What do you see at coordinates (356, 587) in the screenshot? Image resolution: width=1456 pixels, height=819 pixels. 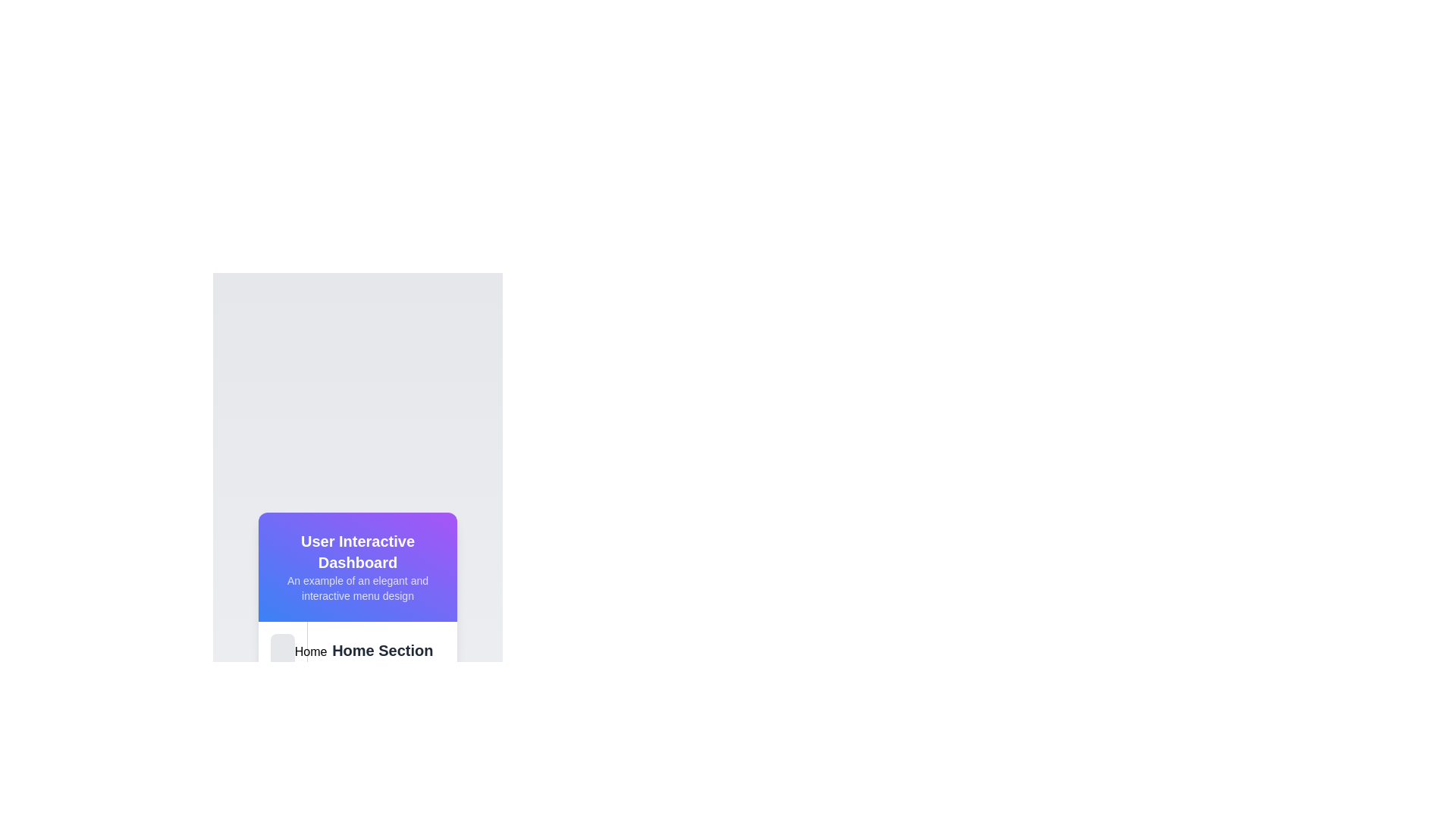 I see `the text in the Text block located below the 'User Interactive Dashboard' header to copy it` at bounding box center [356, 587].